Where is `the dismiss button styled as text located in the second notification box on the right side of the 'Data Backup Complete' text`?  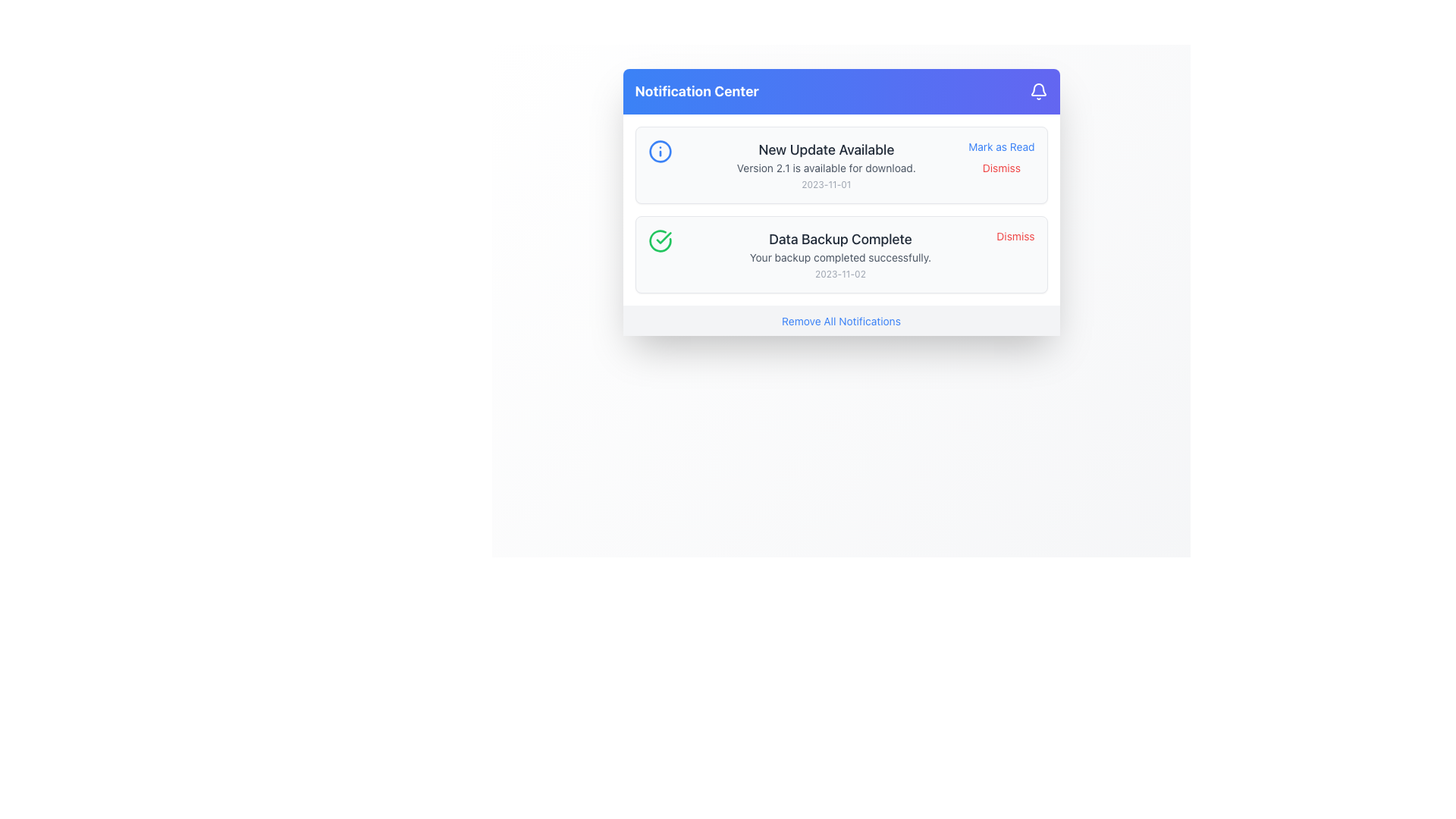
the dismiss button styled as text located in the second notification box on the right side of the 'Data Backup Complete' text is located at coordinates (1001, 168).